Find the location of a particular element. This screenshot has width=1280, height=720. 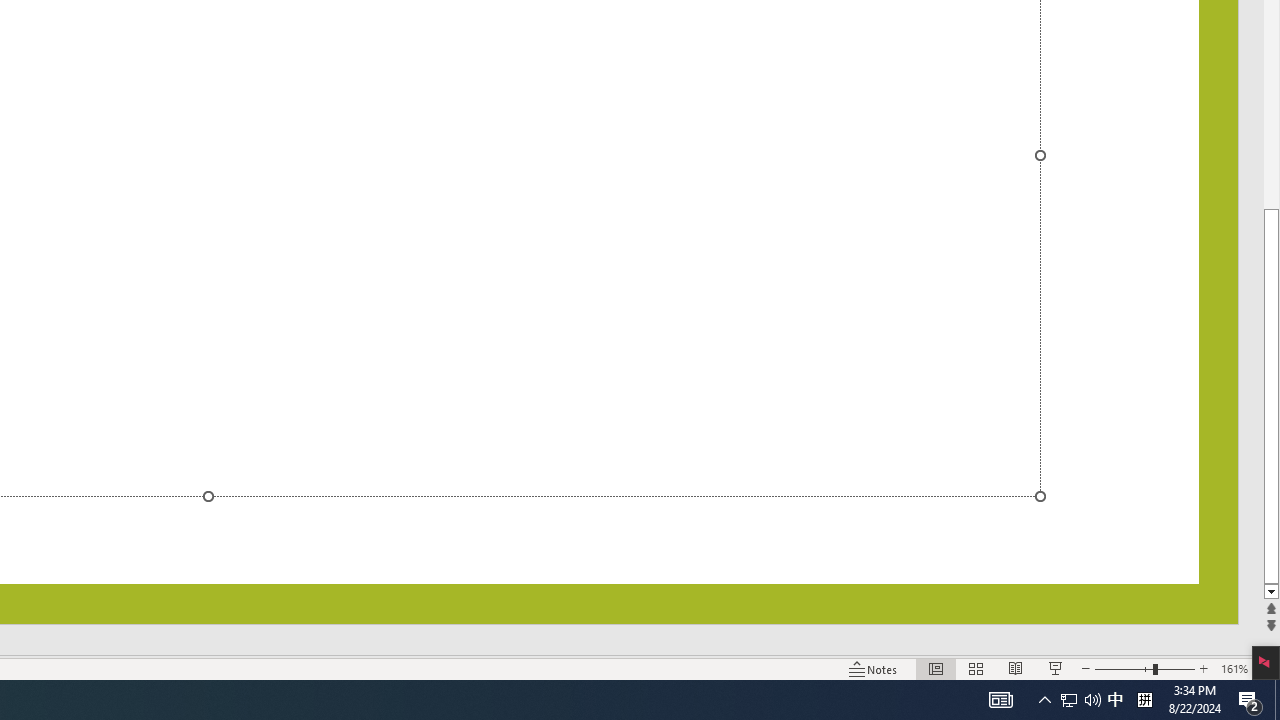

'Zoom 161%' is located at coordinates (1233, 669).